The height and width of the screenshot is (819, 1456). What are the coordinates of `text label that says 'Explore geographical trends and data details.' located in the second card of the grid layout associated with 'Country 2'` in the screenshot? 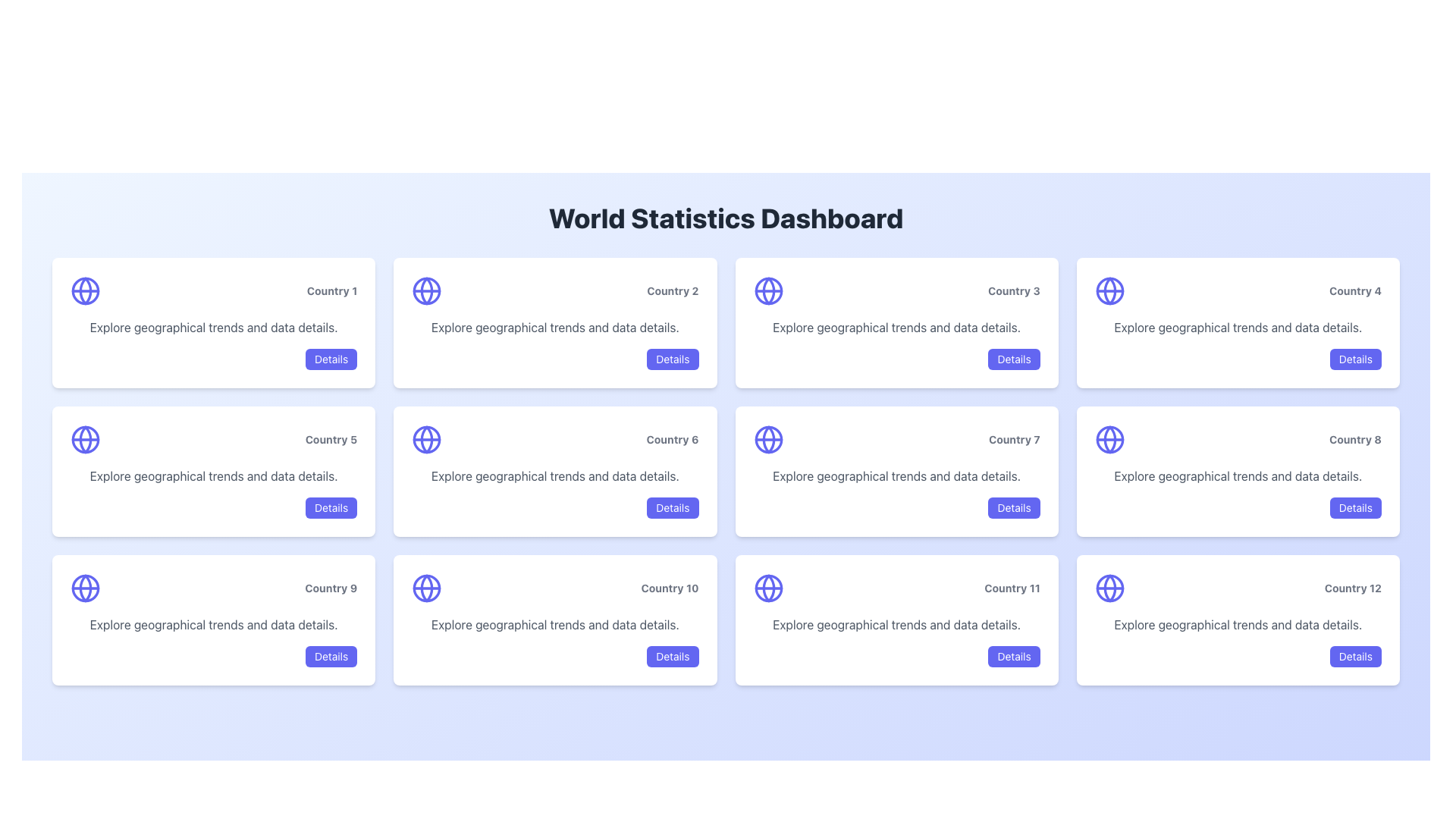 It's located at (554, 327).